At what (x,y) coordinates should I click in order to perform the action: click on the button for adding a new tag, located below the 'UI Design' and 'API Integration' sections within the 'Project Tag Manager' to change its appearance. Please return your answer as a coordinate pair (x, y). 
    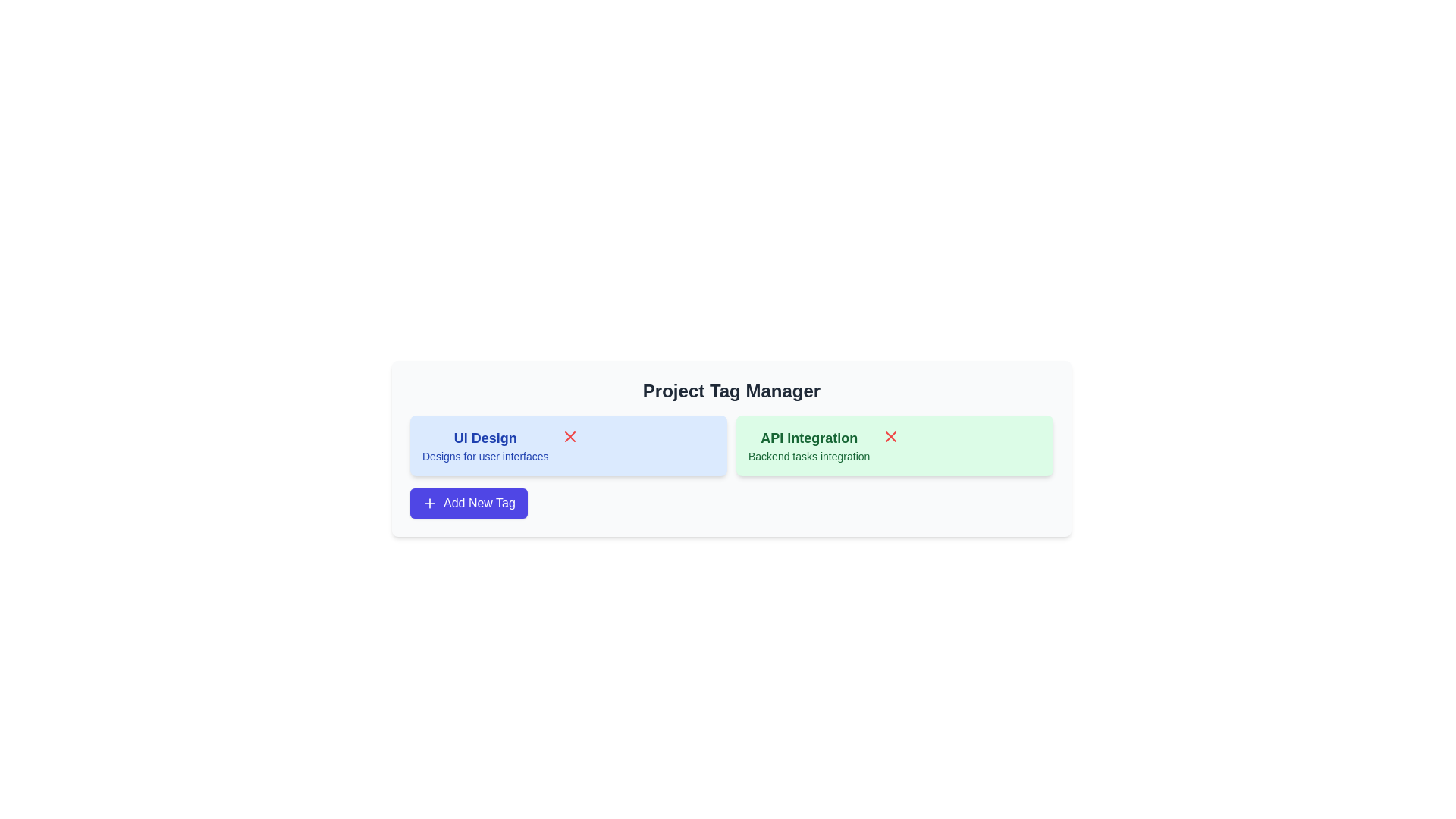
    Looking at the image, I should click on (468, 503).